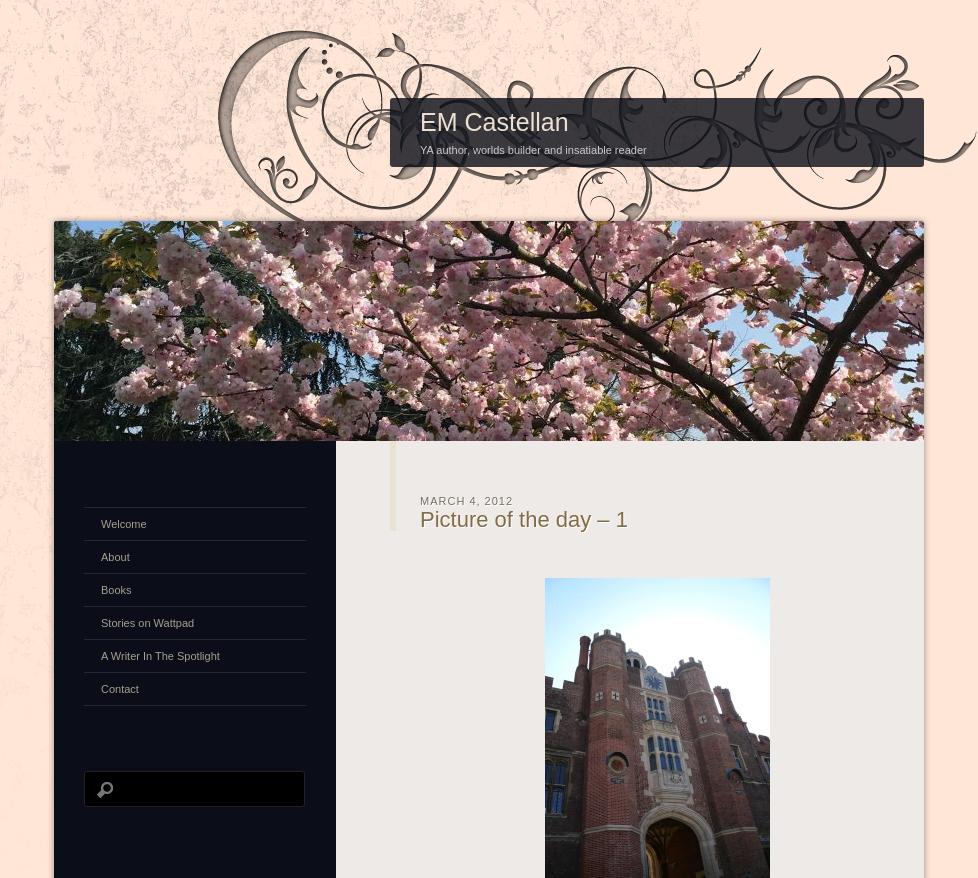 This screenshot has height=878, width=978. I want to click on 'Stories on Wattpad', so click(147, 620).